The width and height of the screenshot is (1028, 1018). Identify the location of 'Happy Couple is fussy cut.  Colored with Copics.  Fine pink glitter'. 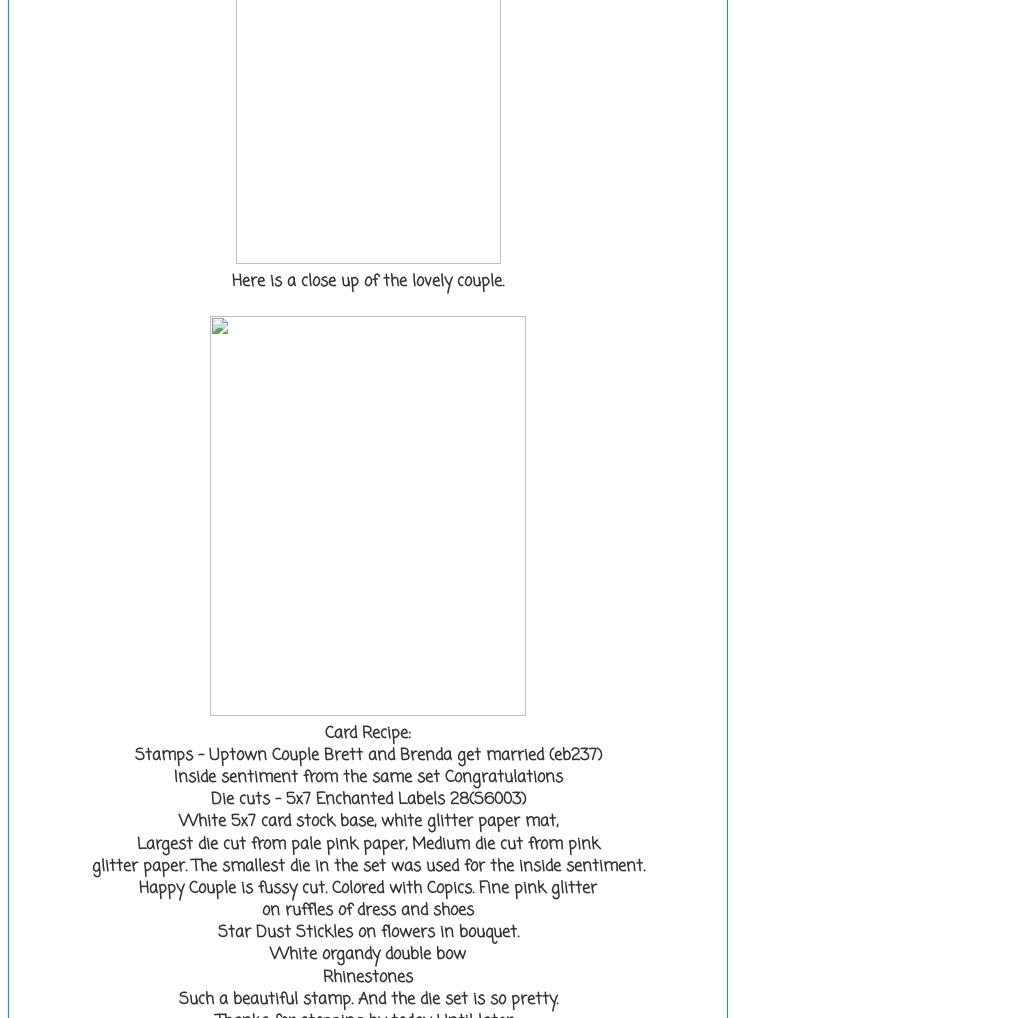
(367, 888).